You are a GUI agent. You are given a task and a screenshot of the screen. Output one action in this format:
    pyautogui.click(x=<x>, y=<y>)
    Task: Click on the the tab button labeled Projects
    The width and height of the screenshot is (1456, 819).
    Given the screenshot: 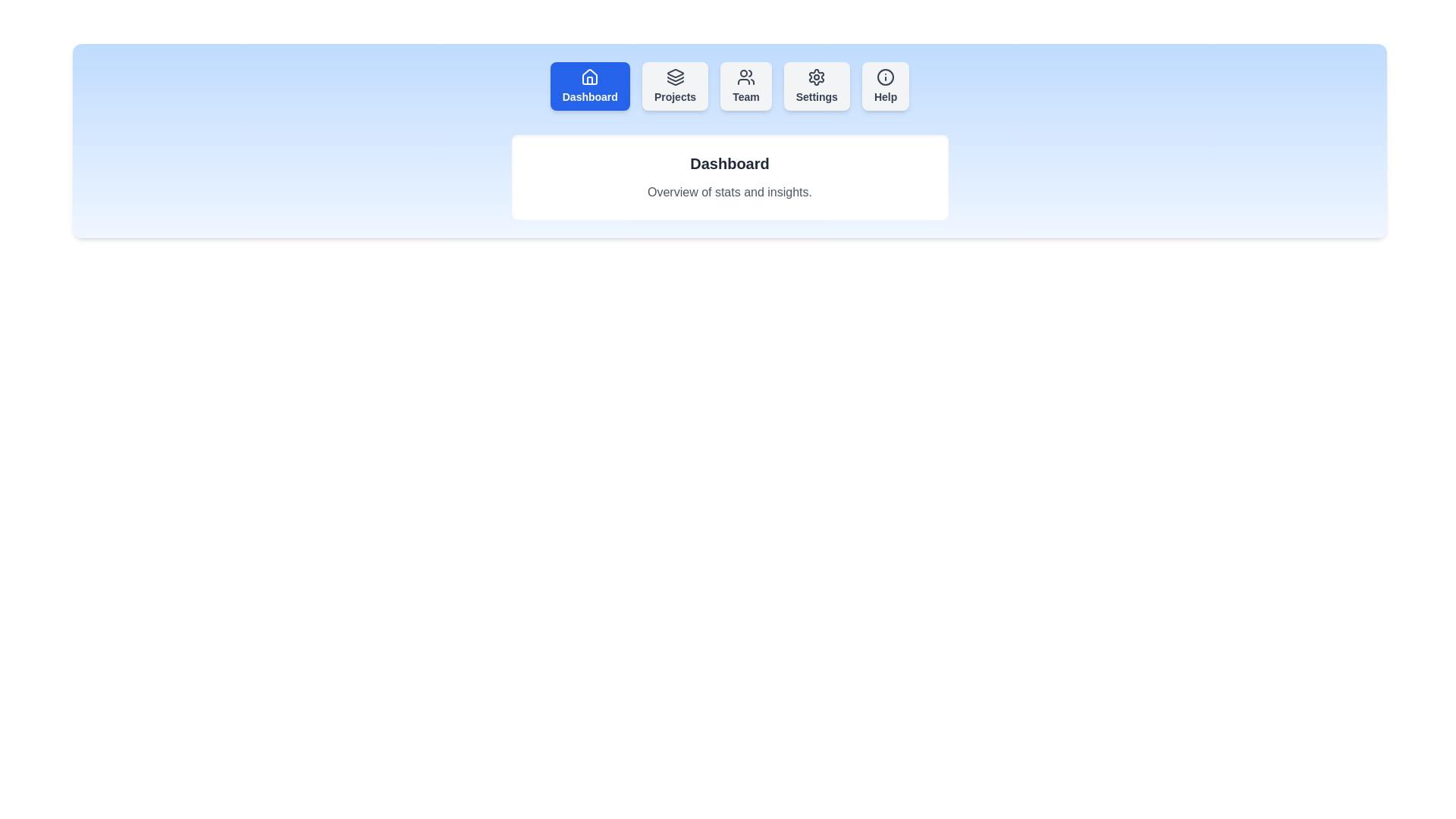 What is the action you would take?
    pyautogui.click(x=673, y=86)
    